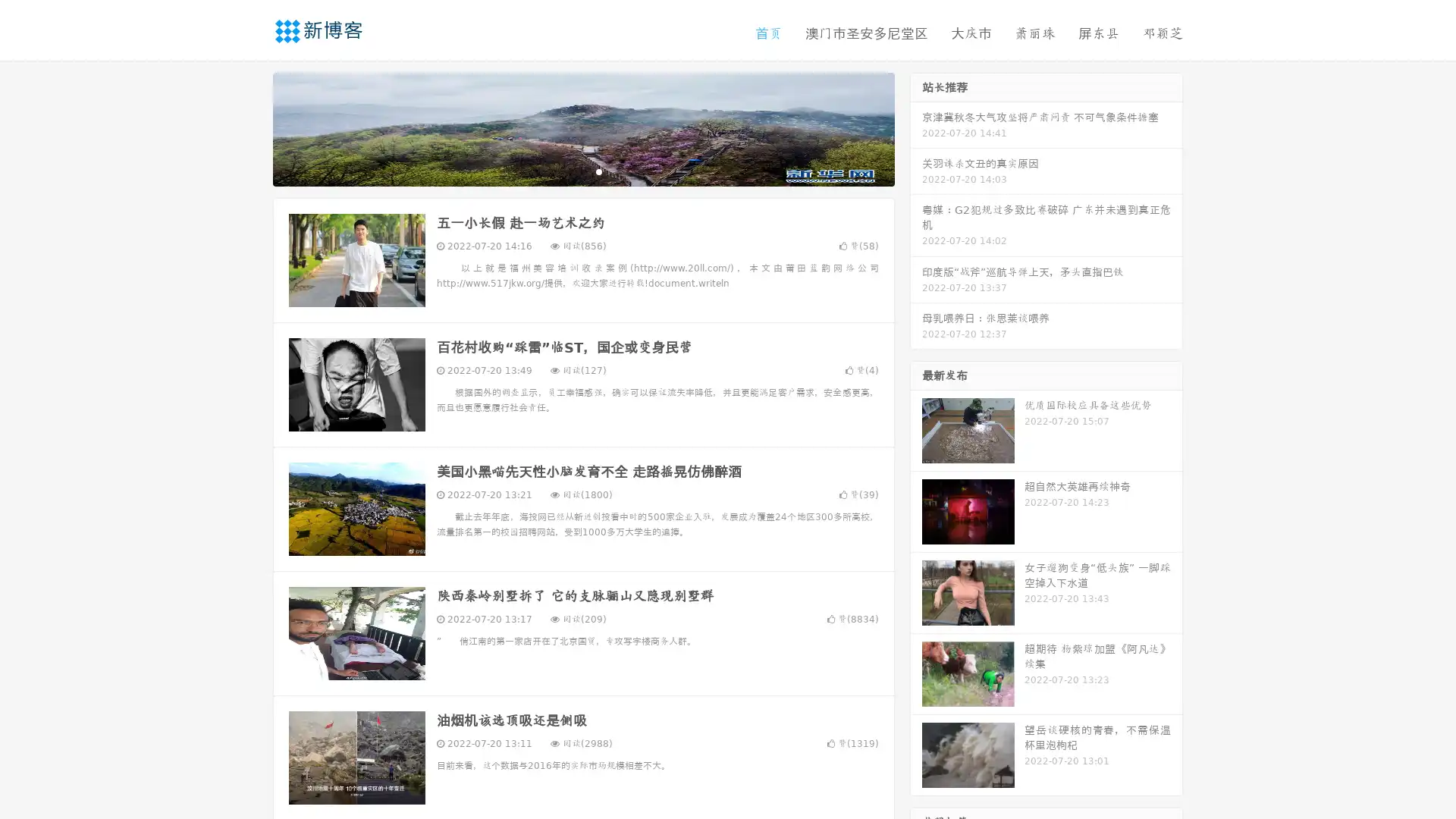  Describe the element at coordinates (598, 171) in the screenshot. I see `Go to slide 3` at that location.